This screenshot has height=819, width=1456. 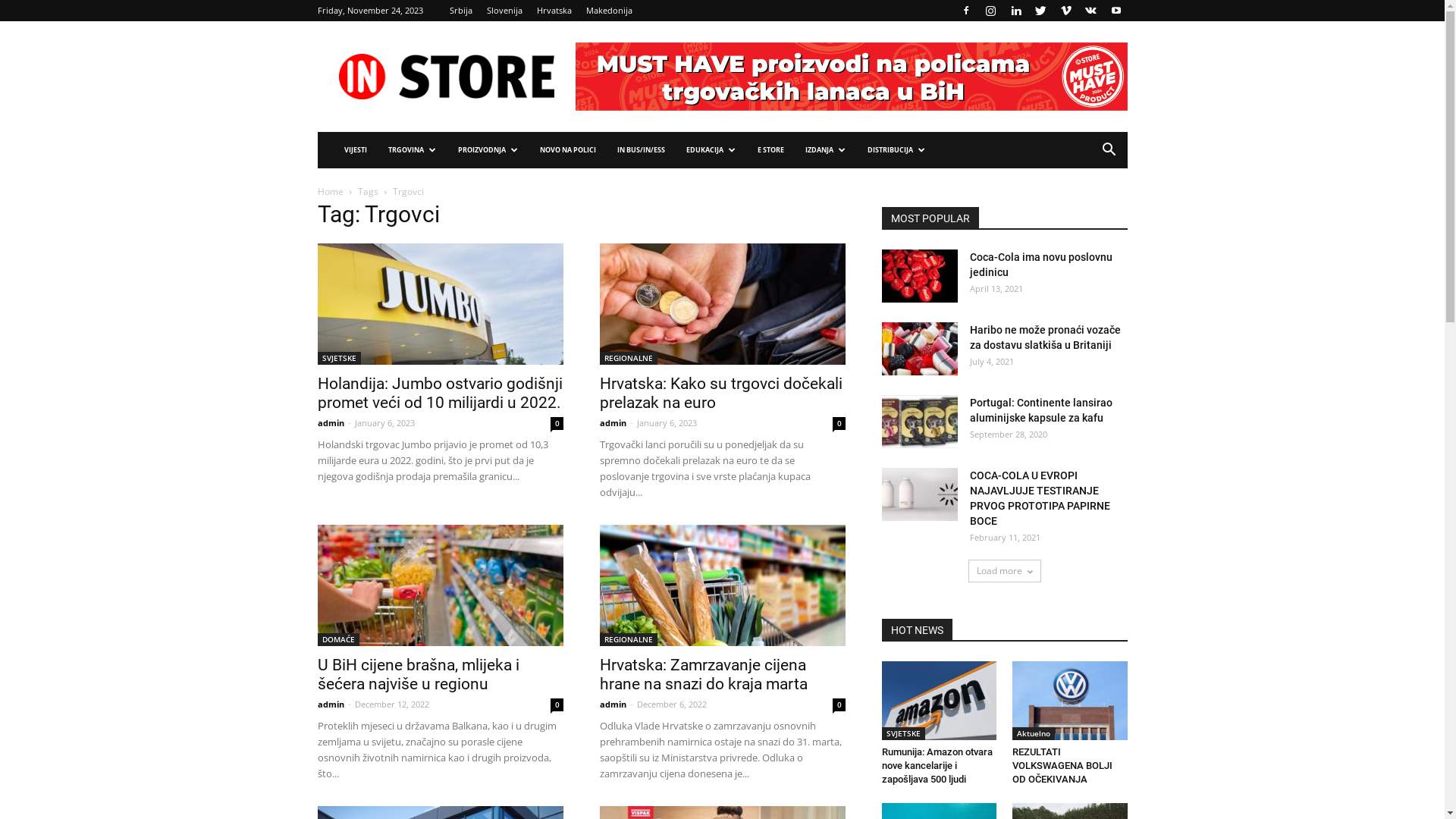 I want to click on 'Home', so click(x=329, y=190).